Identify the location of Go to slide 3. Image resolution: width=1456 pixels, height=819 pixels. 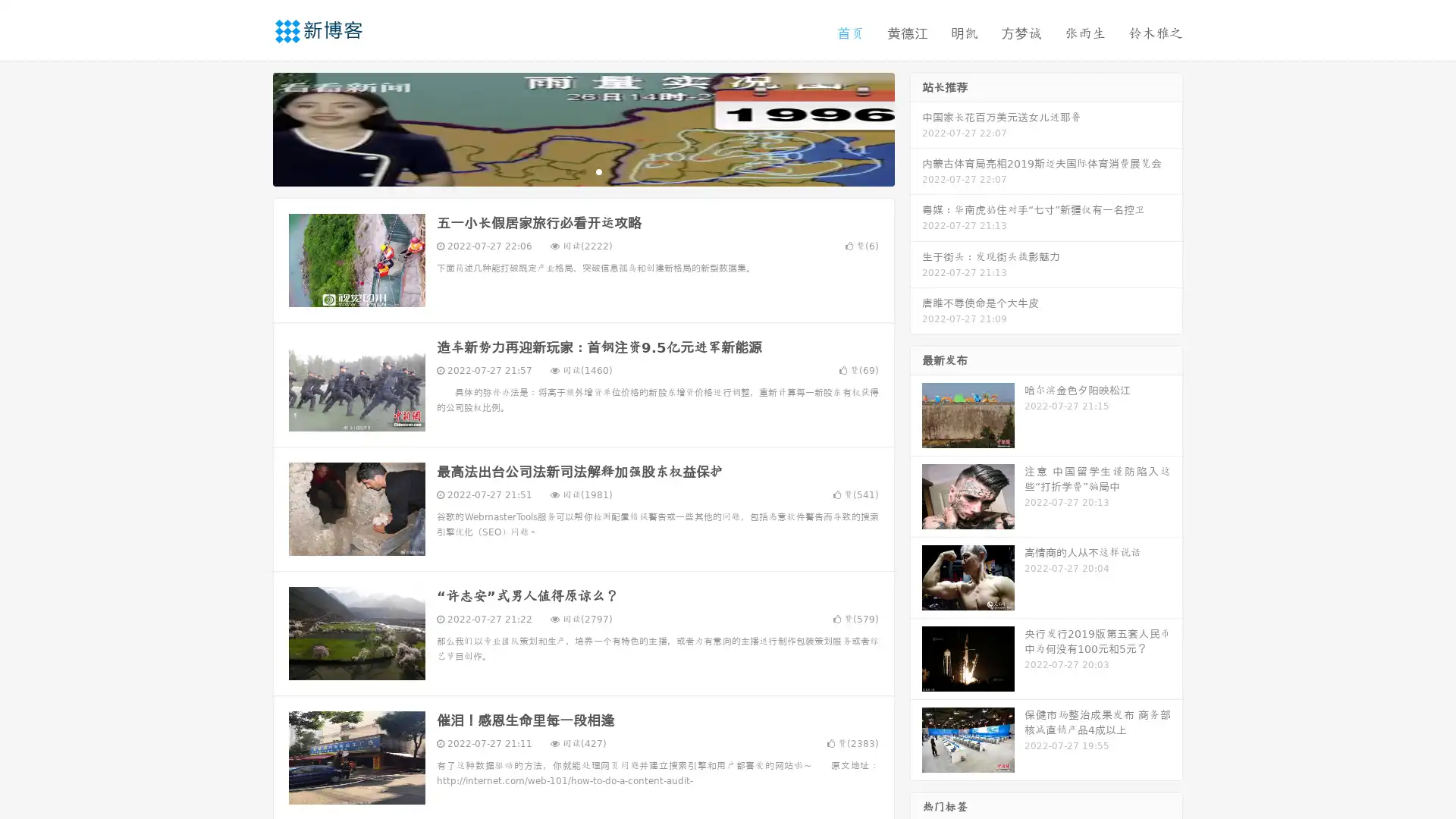
(598, 171).